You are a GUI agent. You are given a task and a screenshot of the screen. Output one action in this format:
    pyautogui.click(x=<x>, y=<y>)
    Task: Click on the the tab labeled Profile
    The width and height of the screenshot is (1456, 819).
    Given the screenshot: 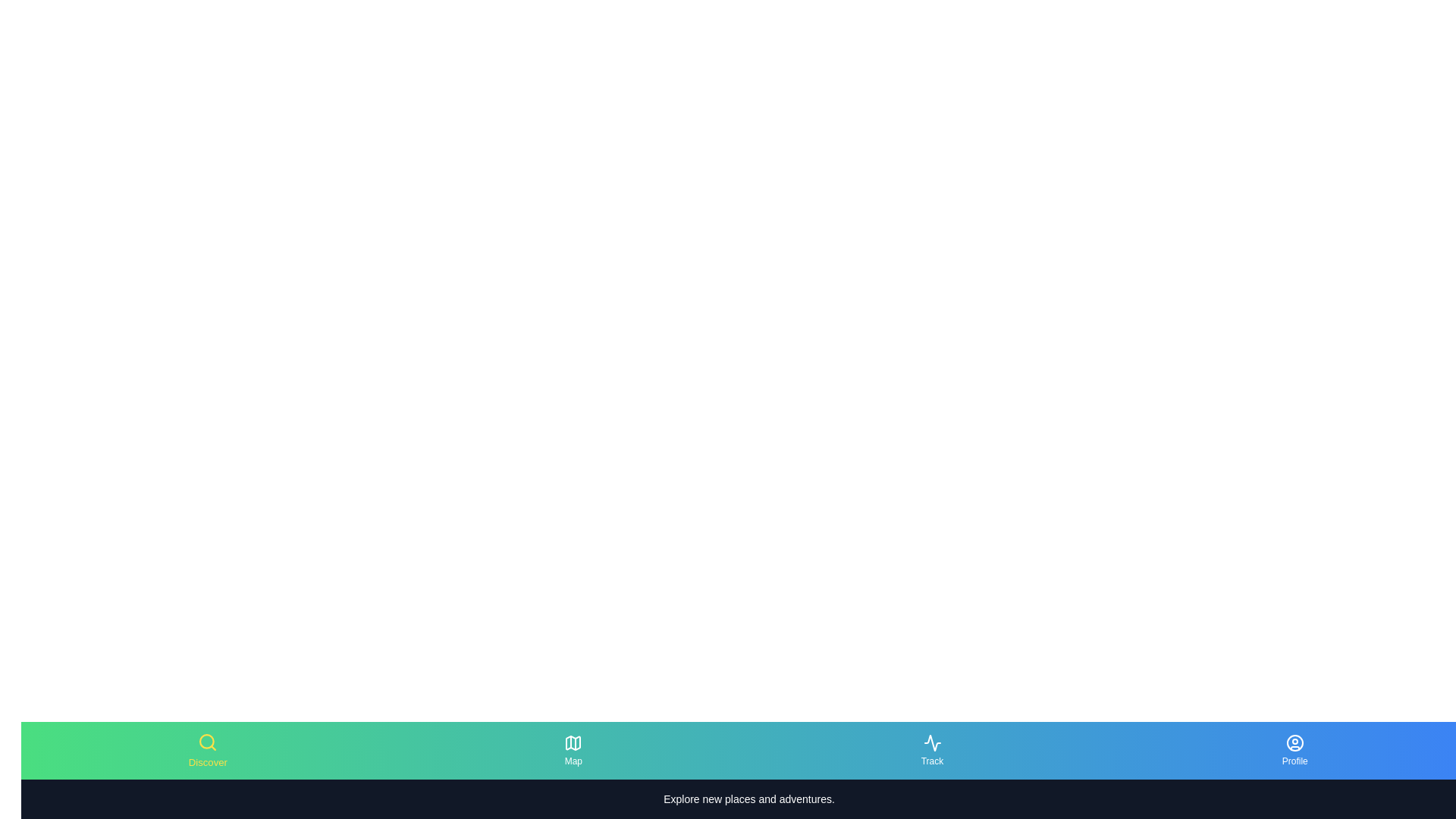 What is the action you would take?
    pyautogui.click(x=1294, y=751)
    